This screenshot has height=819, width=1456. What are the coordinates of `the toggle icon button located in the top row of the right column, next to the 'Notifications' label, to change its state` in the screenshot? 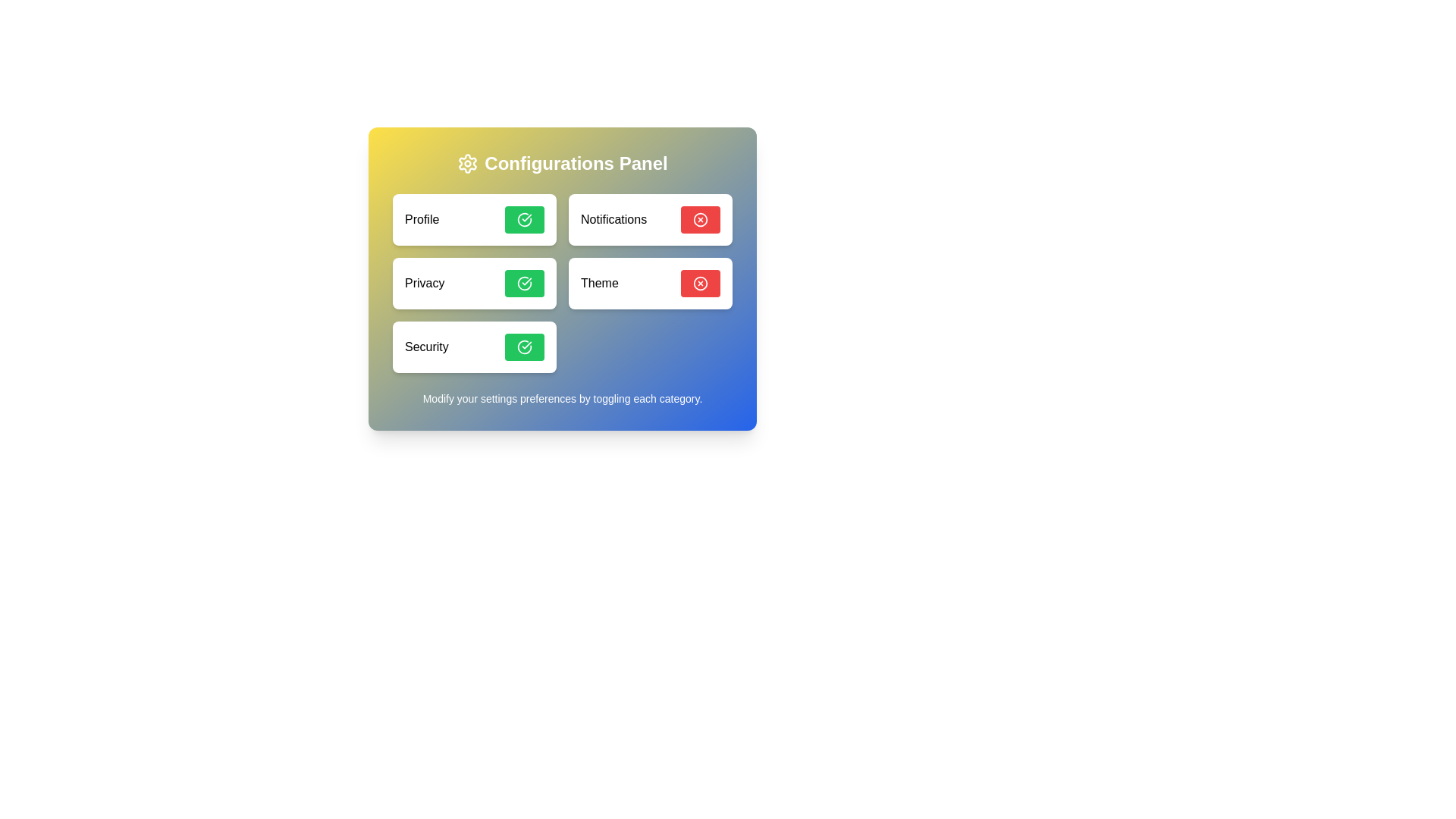 It's located at (700, 219).